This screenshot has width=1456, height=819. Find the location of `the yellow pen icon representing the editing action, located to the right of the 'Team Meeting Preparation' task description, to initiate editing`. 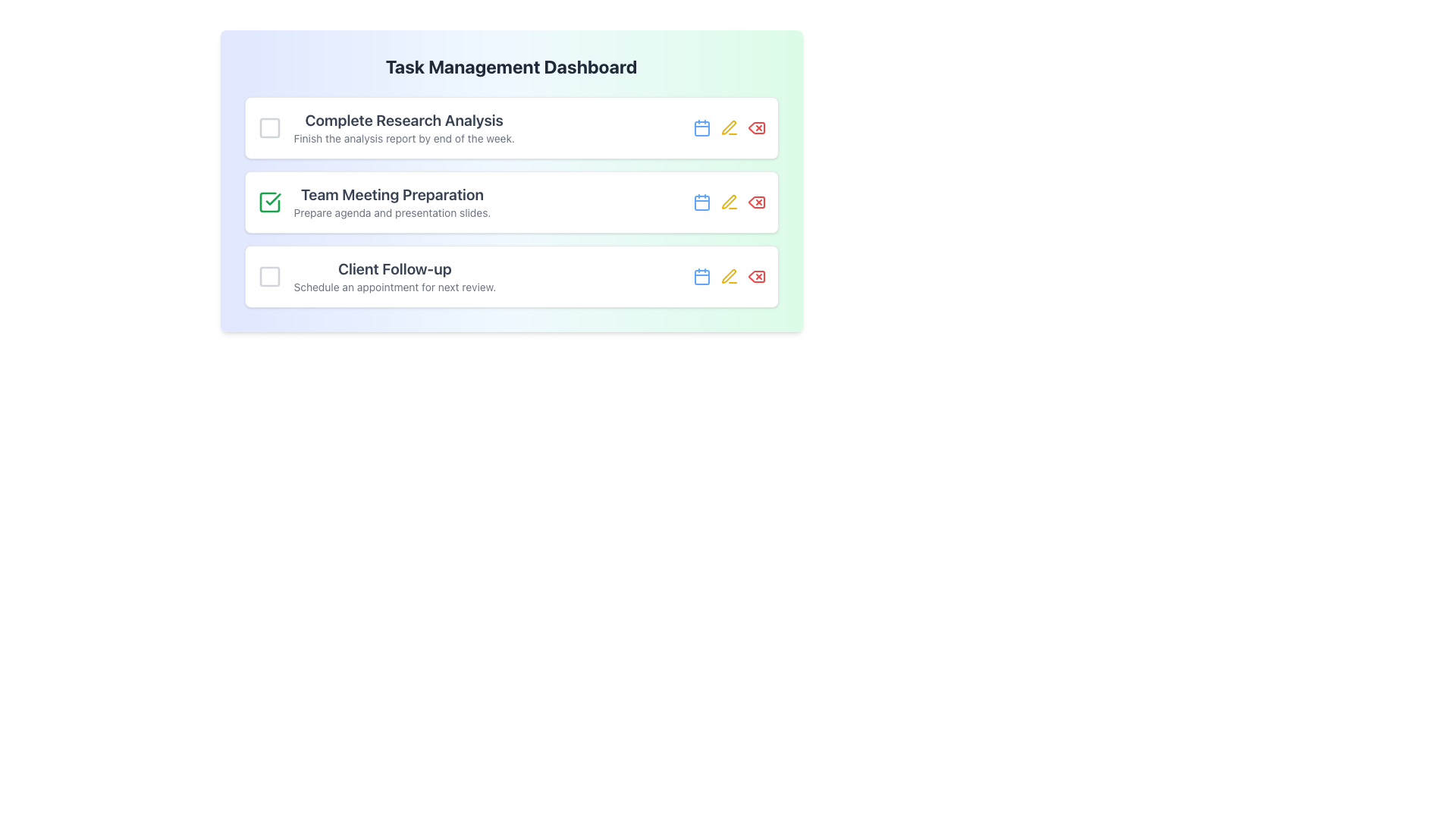

the yellow pen icon representing the editing action, located to the right of the 'Team Meeting Preparation' task description, to initiate editing is located at coordinates (729, 277).